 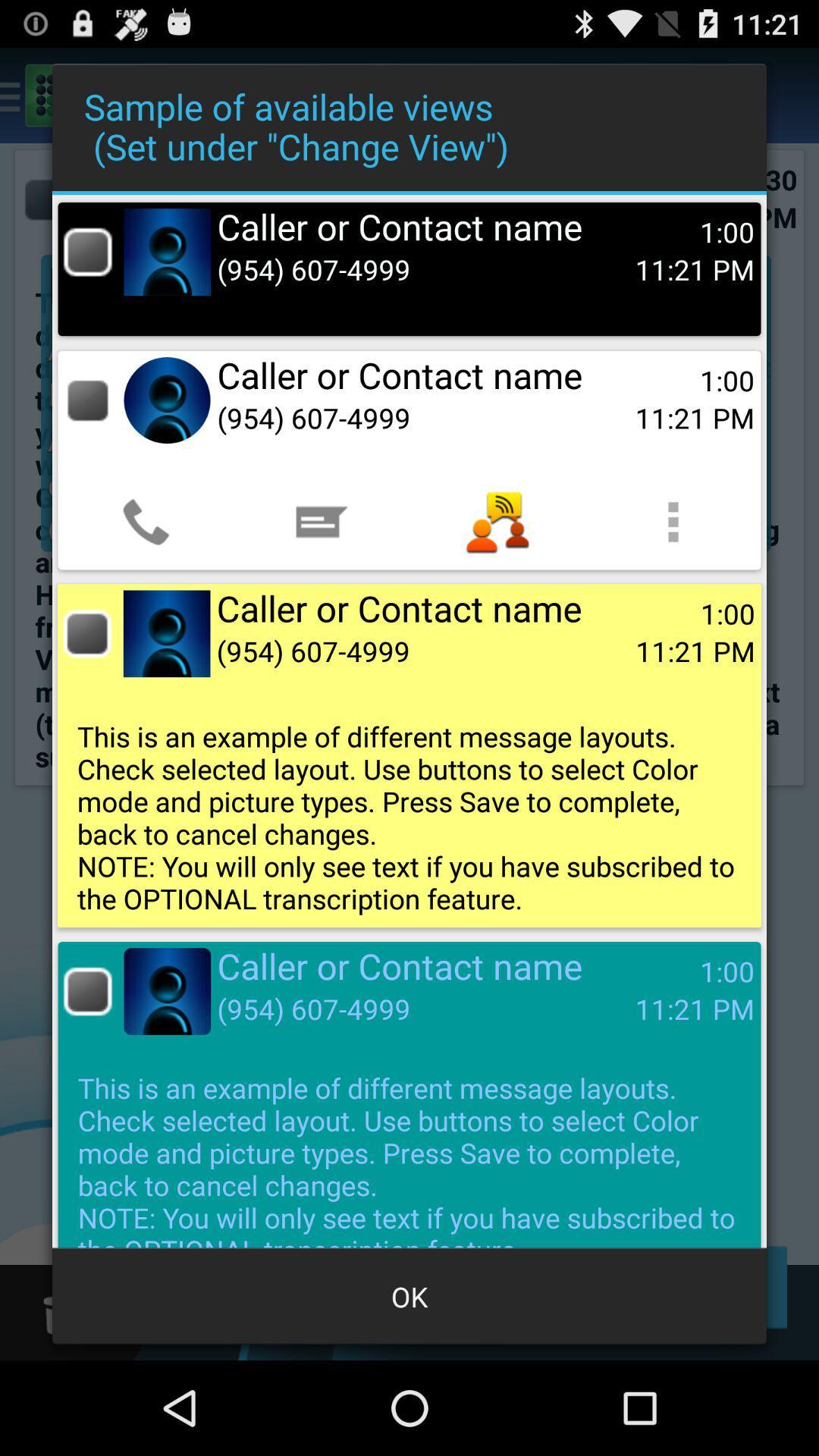 I want to click on view, so click(x=87, y=400).